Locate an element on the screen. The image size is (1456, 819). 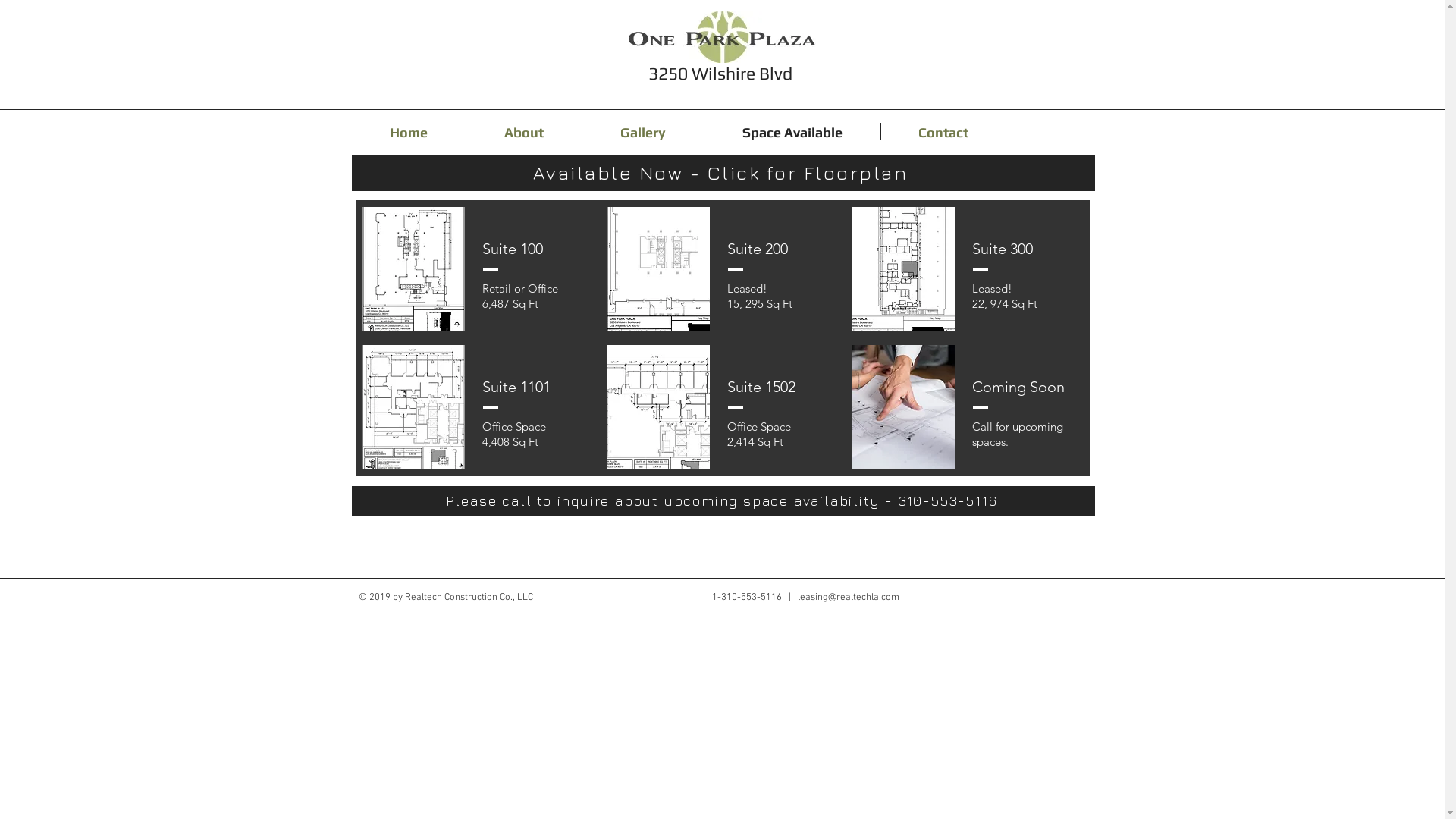
'Home' is located at coordinates (408, 130).